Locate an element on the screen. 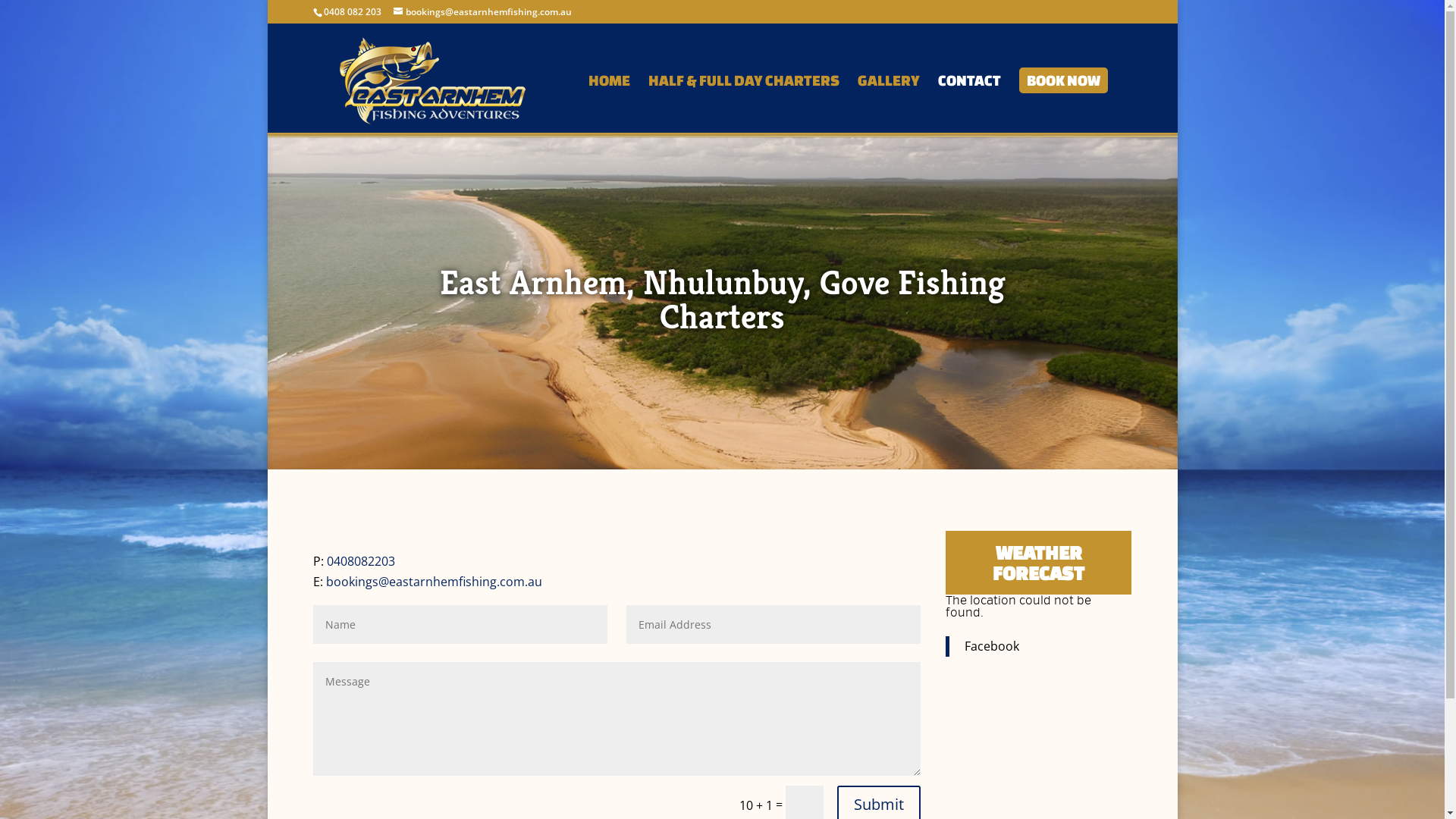 The height and width of the screenshot is (819, 1456). 'HALF & FULL DAY CHARTERS' is located at coordinates (742, 102).